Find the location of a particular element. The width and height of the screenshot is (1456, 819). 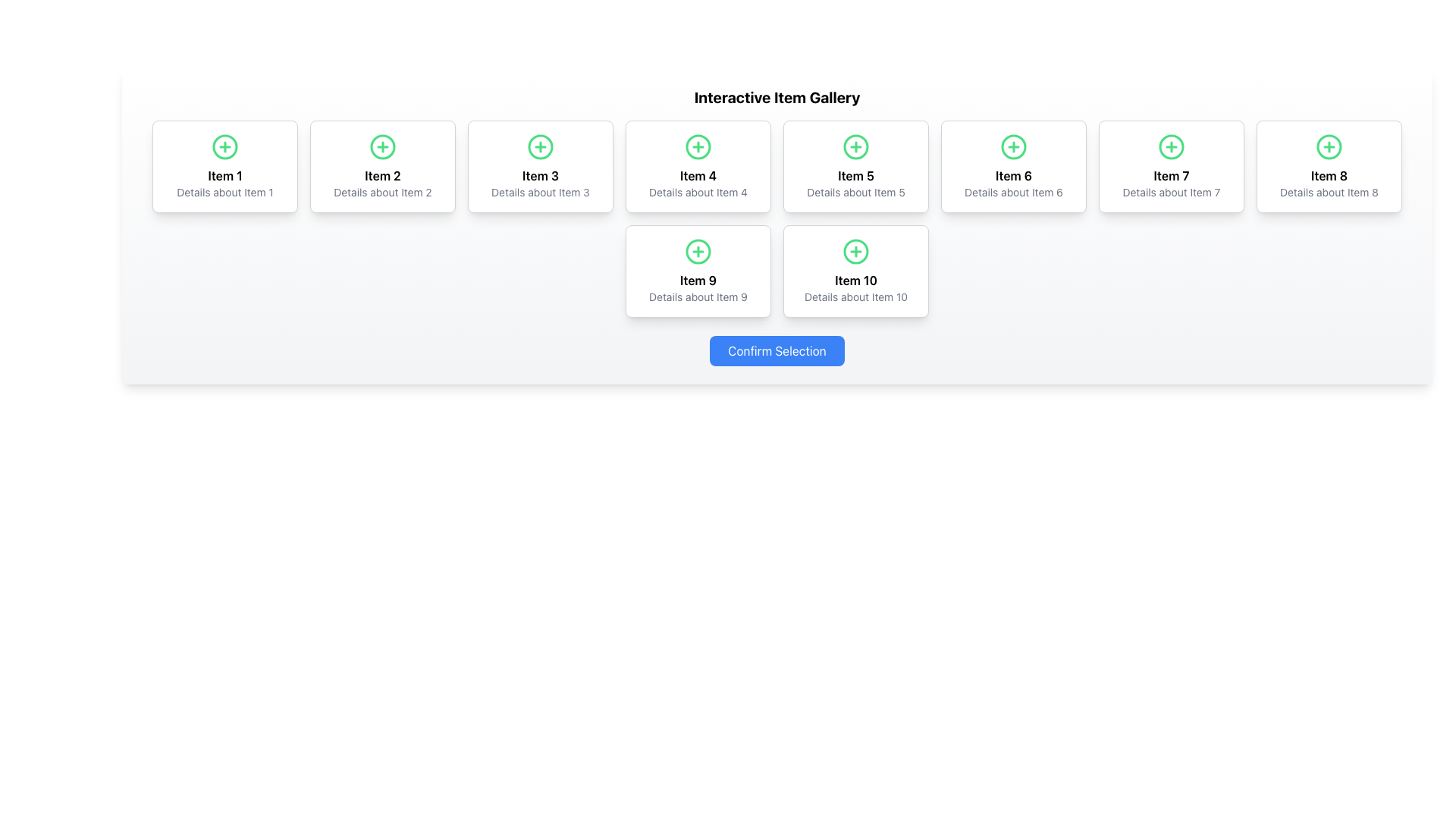

the circular icon button containing a green plus symbol located above the text labeled 'Item 6' is located at coordinates (1014, 146).